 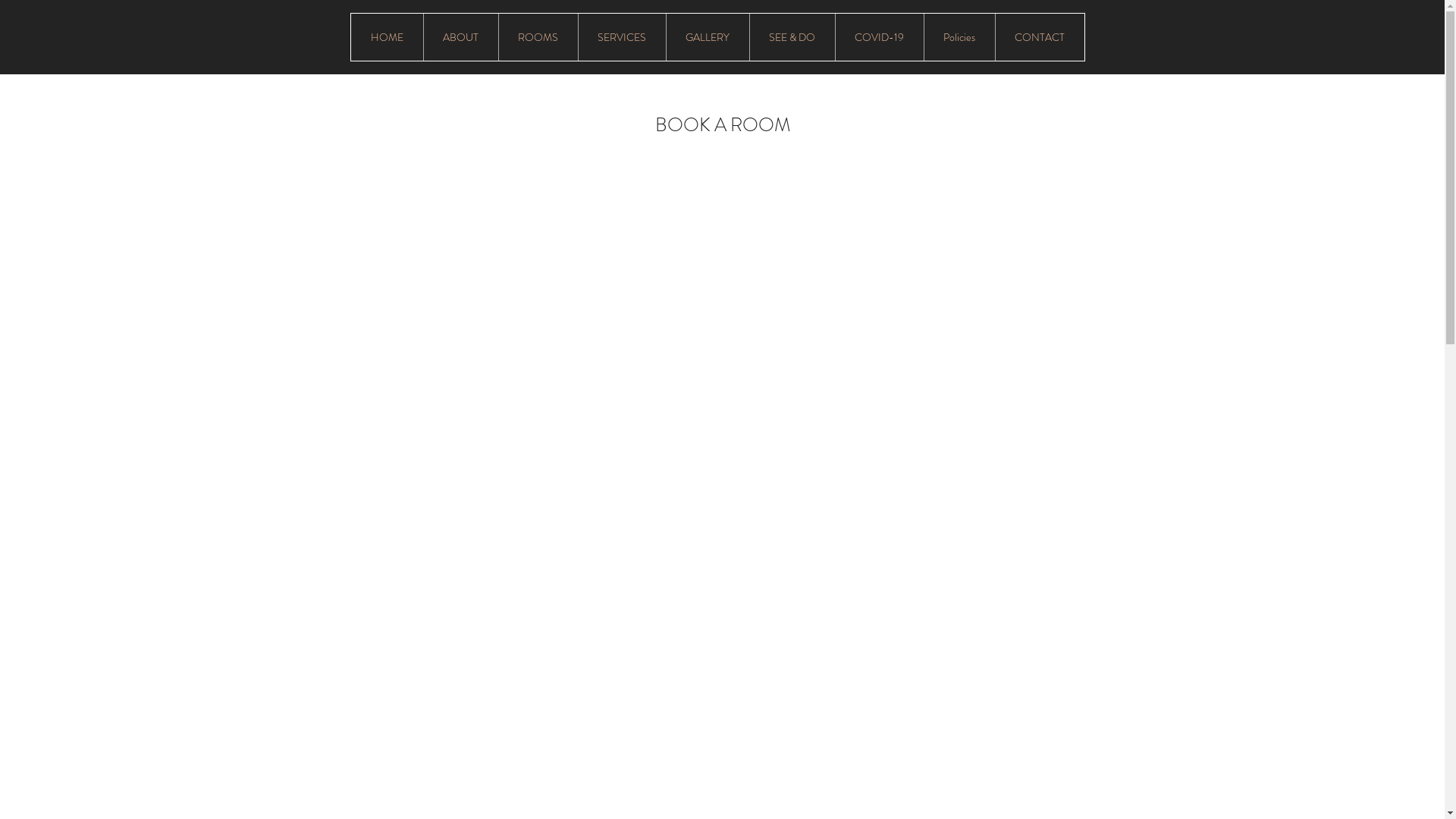 I want to click on 'CONTACT', so click(x=1039, y=36).